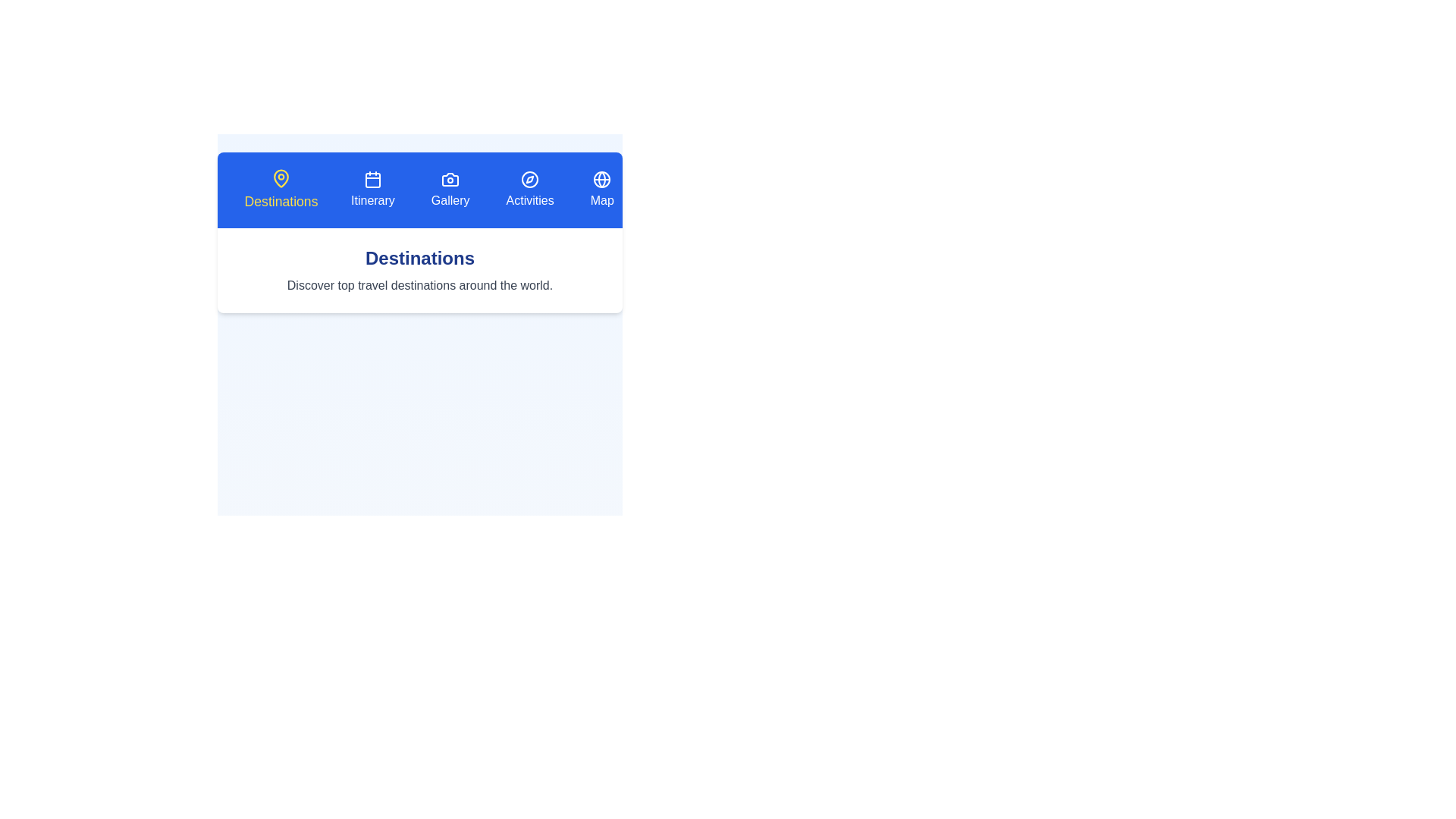 The width and height of the screenshot is (1456, 819). I want to click on the pin-shaped SVG icon with a yellow outline and blue interior located before the text 'Destinations' in the 'Destinations' section header, so click(281, 177).